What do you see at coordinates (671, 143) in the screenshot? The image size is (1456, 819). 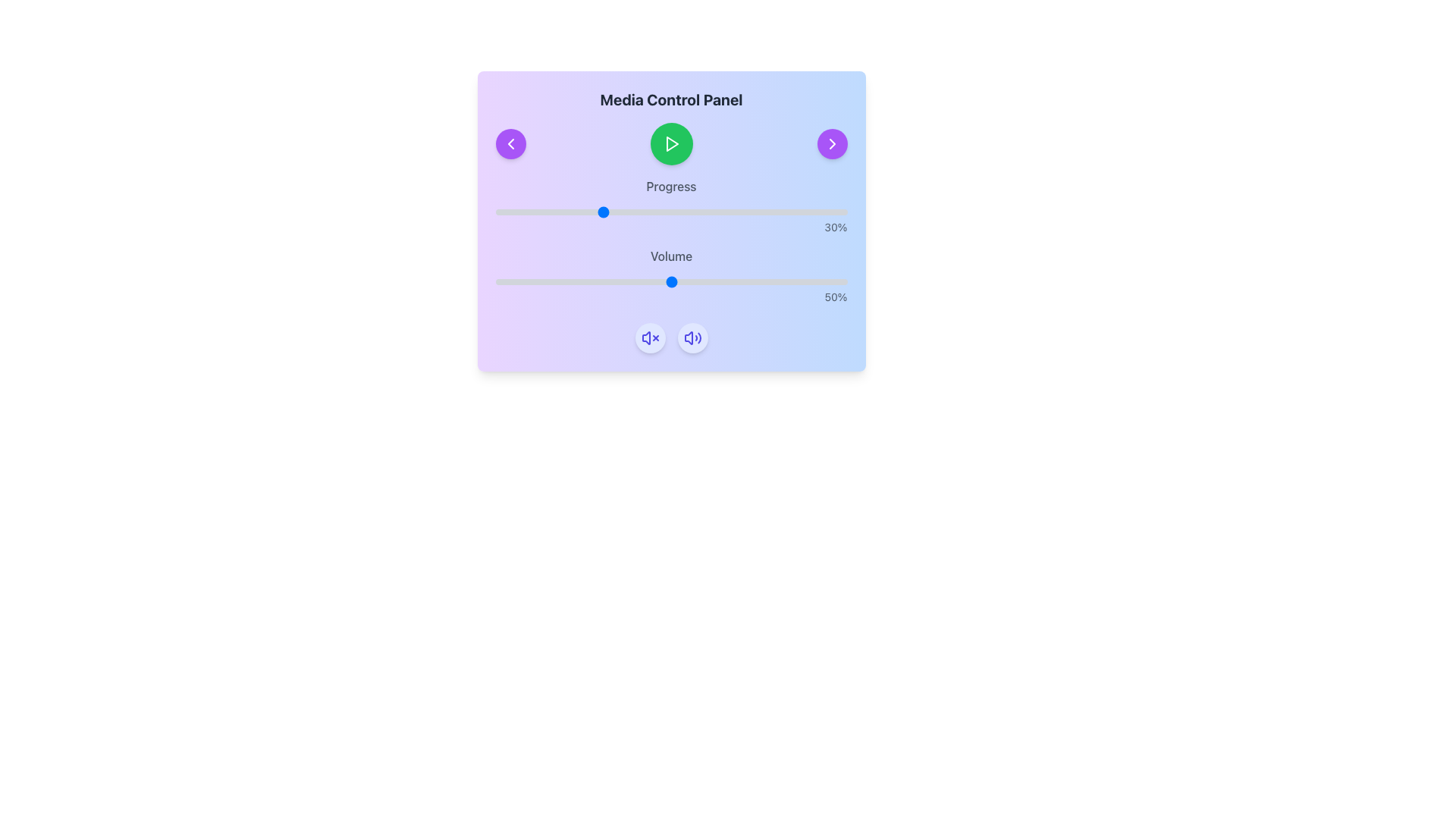 I see `the play icon located in the center of the green circular button` at bounding box center [671, 143].